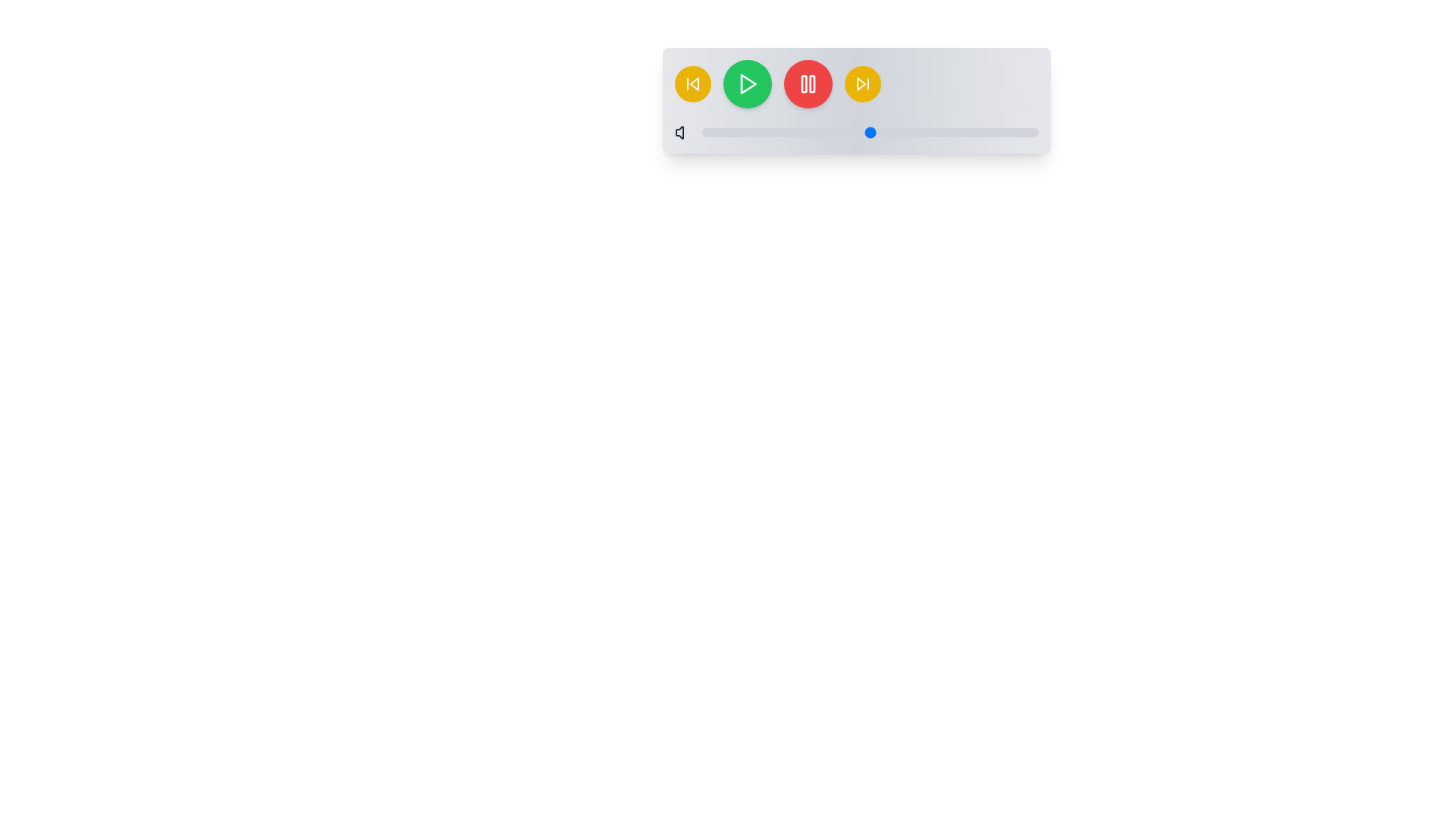 This screenshot has width=1456, height=819. What do you see at coordinates (937, 131) in the screenshot?
I see `the slider position` at bounding box center [937, 131].